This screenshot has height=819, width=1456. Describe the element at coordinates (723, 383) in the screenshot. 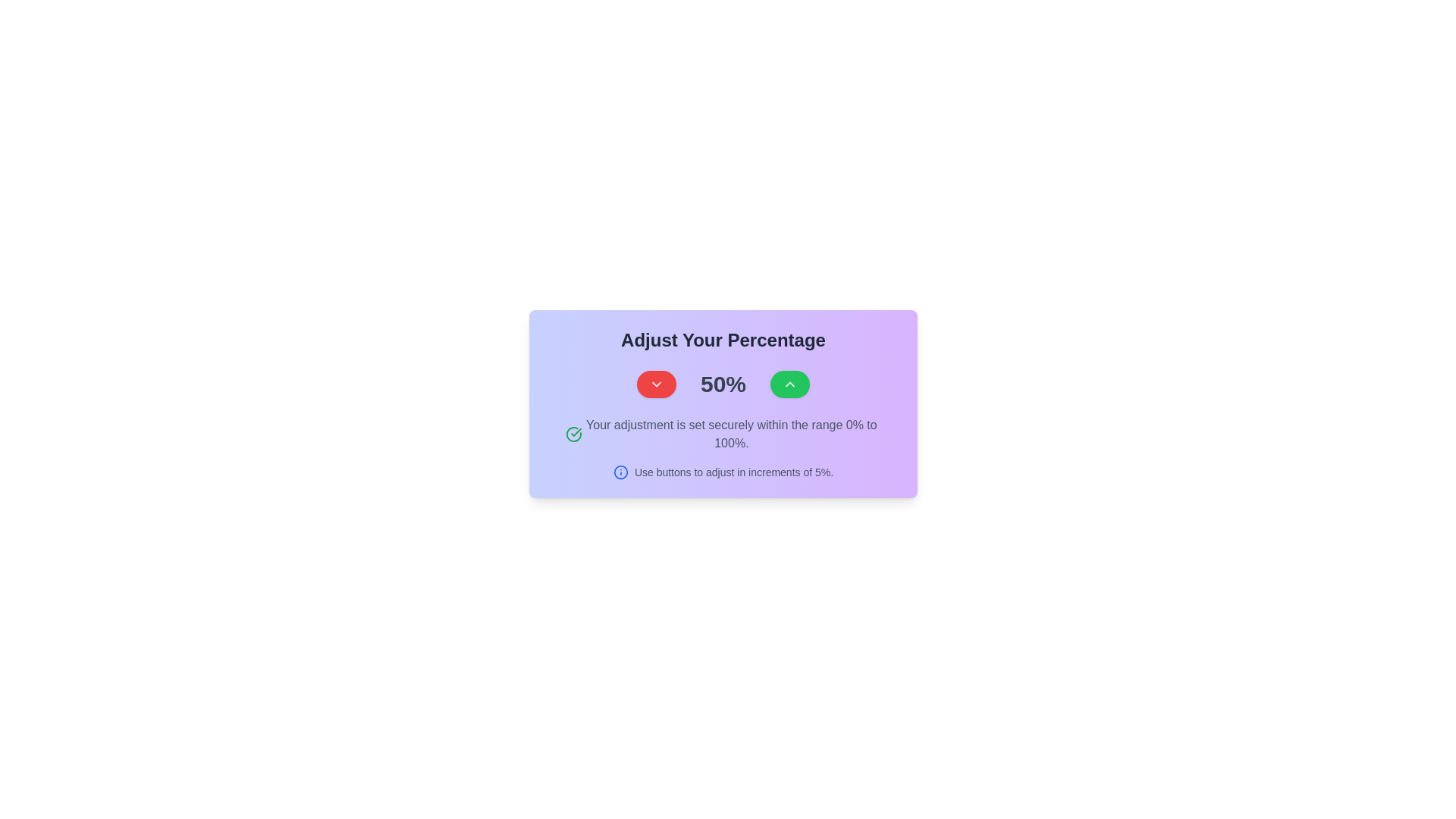

I see `the Text Display that shows the current percentage value, located between a red decrement button and a green increment button` at that location.